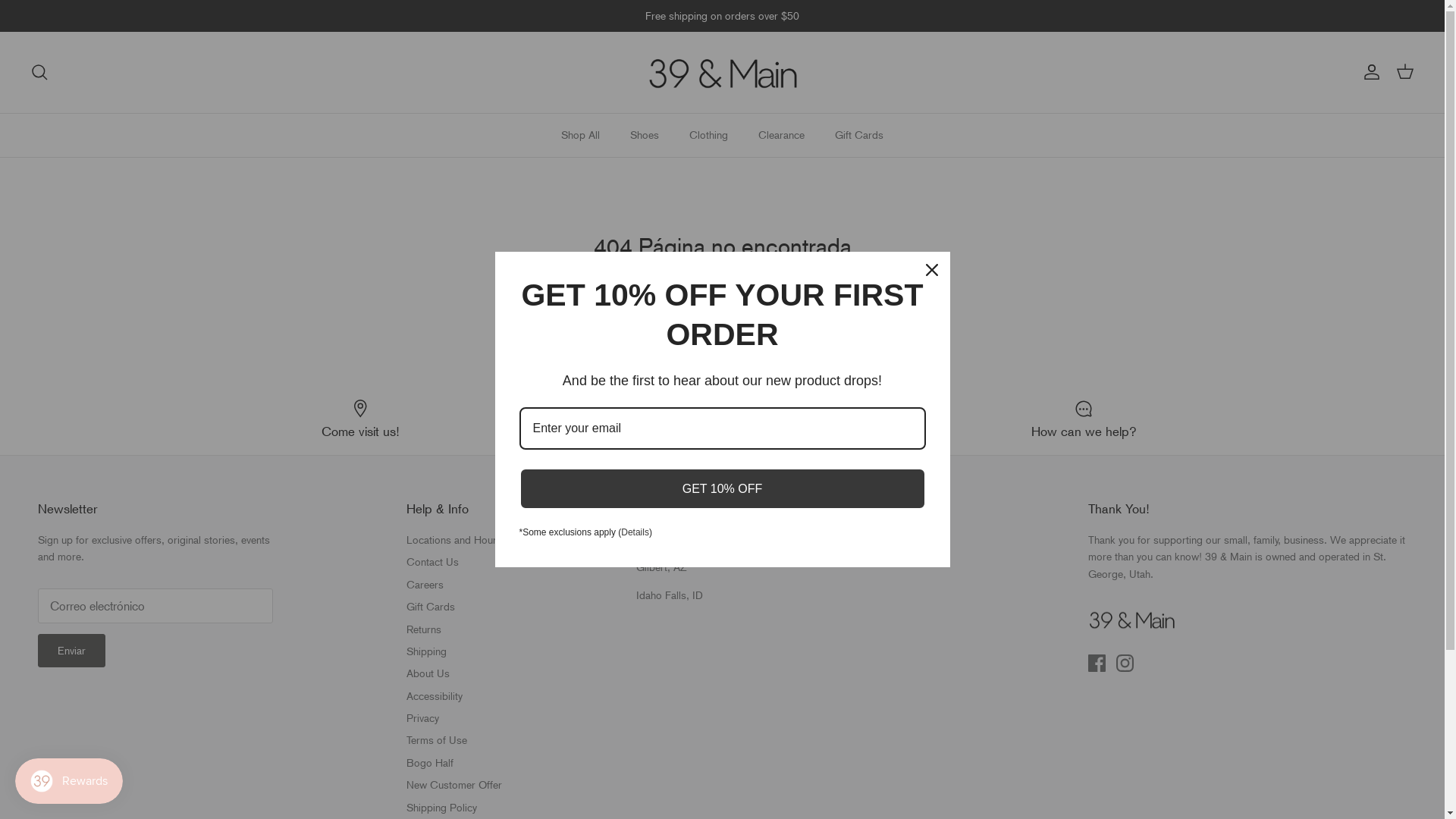 The height and width of the screenshot is (819, 1456). I want to click on 'Contact Us', so click(431, 561).